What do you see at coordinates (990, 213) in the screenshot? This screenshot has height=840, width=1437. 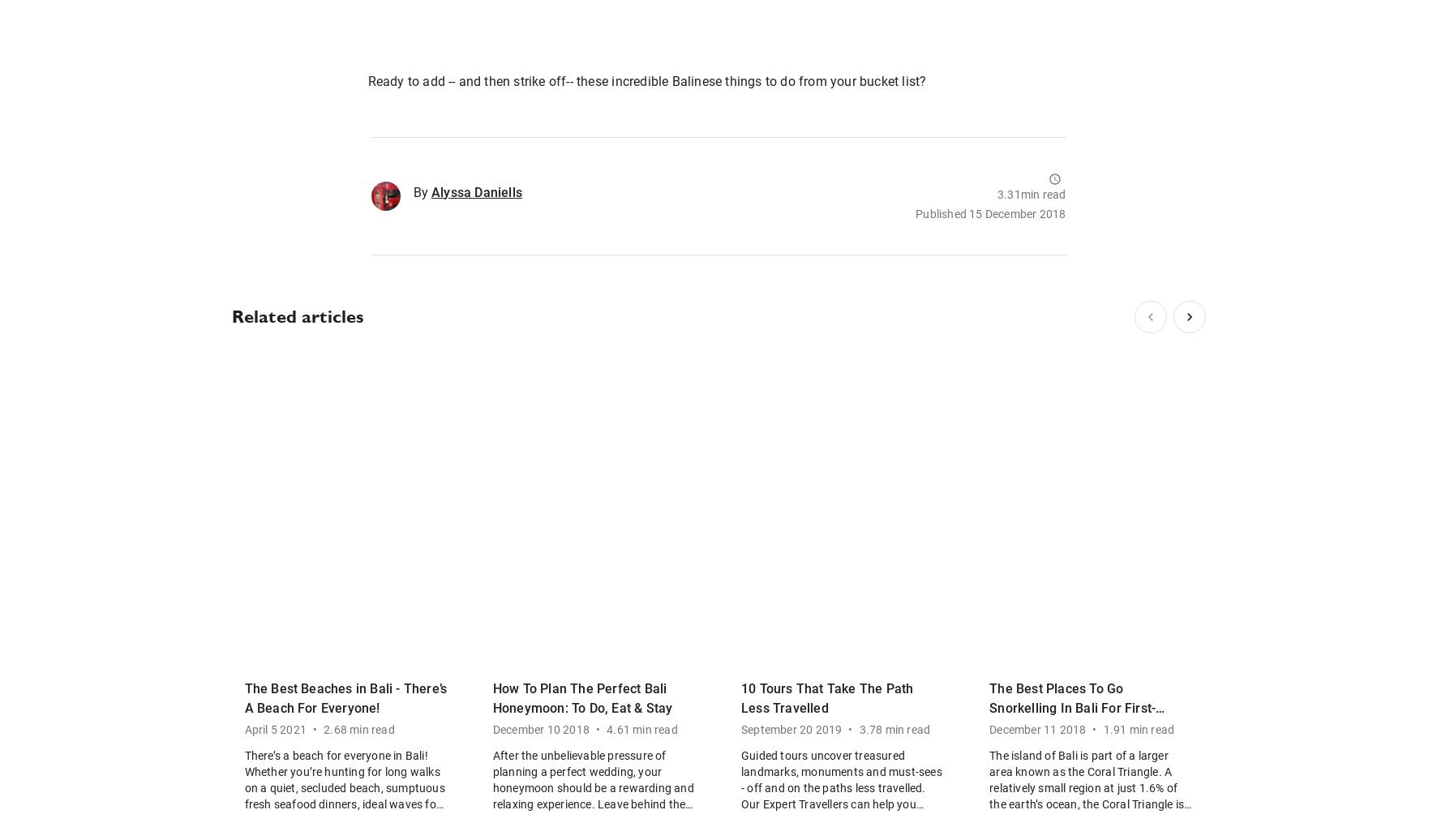 I see `'Published 15 December 2018'` at bounding box center [990, 213].